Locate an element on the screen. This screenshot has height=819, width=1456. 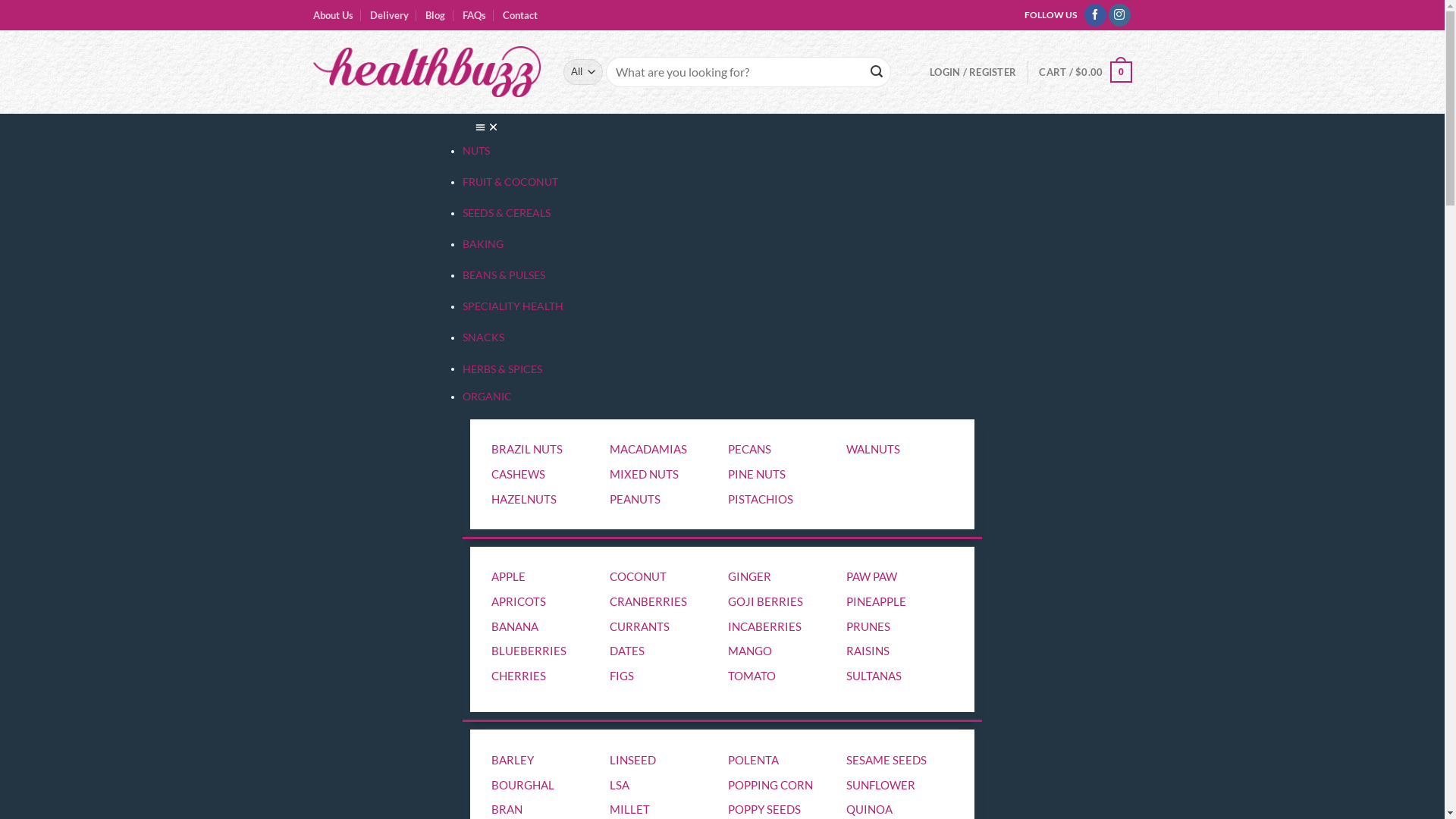
'CASHEWS' is located at coordinates (518, 472).